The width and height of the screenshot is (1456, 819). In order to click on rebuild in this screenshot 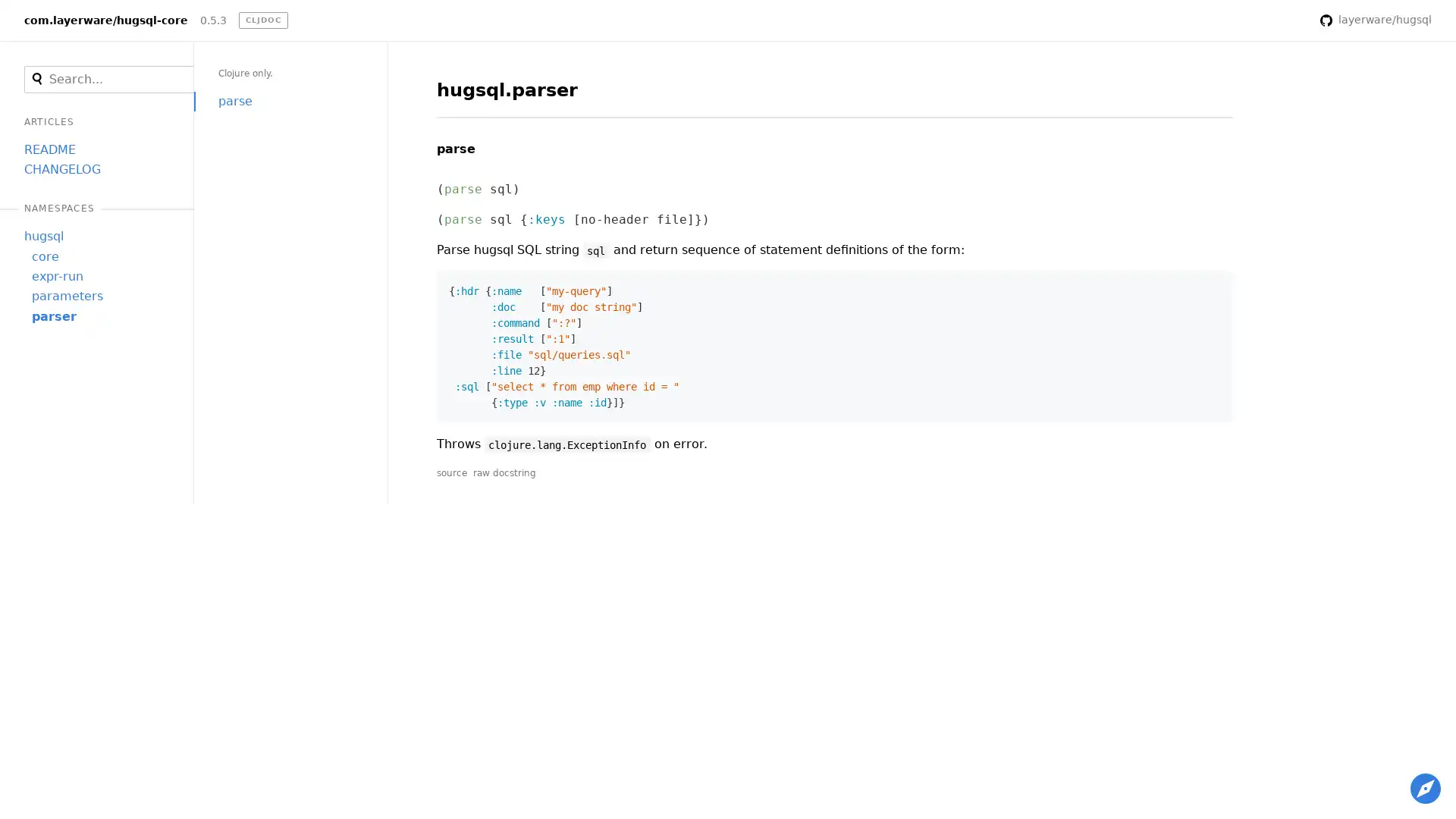, I will do `click(1287, 20)`.